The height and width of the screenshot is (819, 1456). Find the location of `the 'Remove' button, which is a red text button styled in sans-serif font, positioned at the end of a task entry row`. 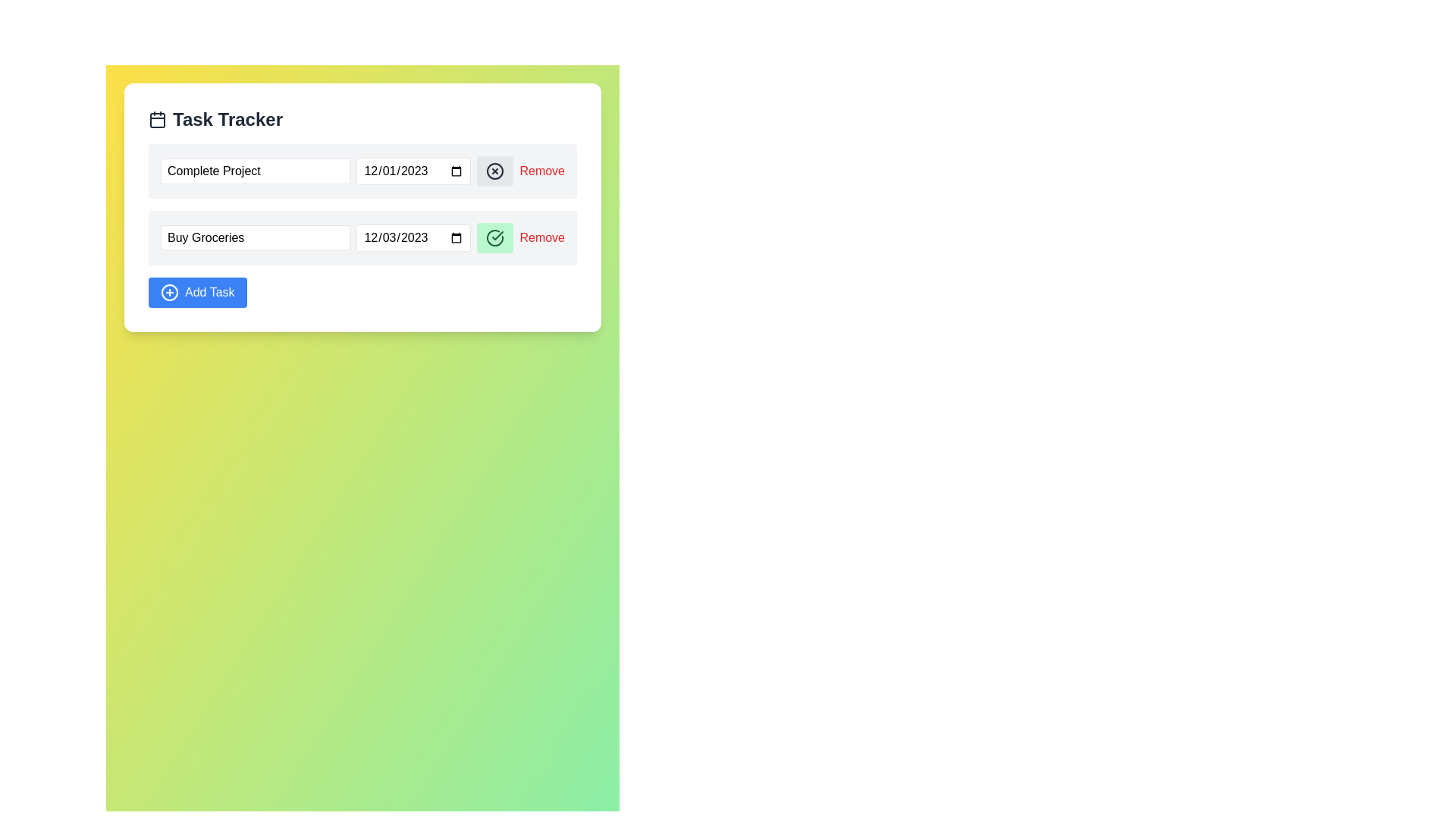

the 'Remove' button, which is a red text button styled in sans-serif font, positioned at the end of a task entry row is located at coordinates (542, 237).